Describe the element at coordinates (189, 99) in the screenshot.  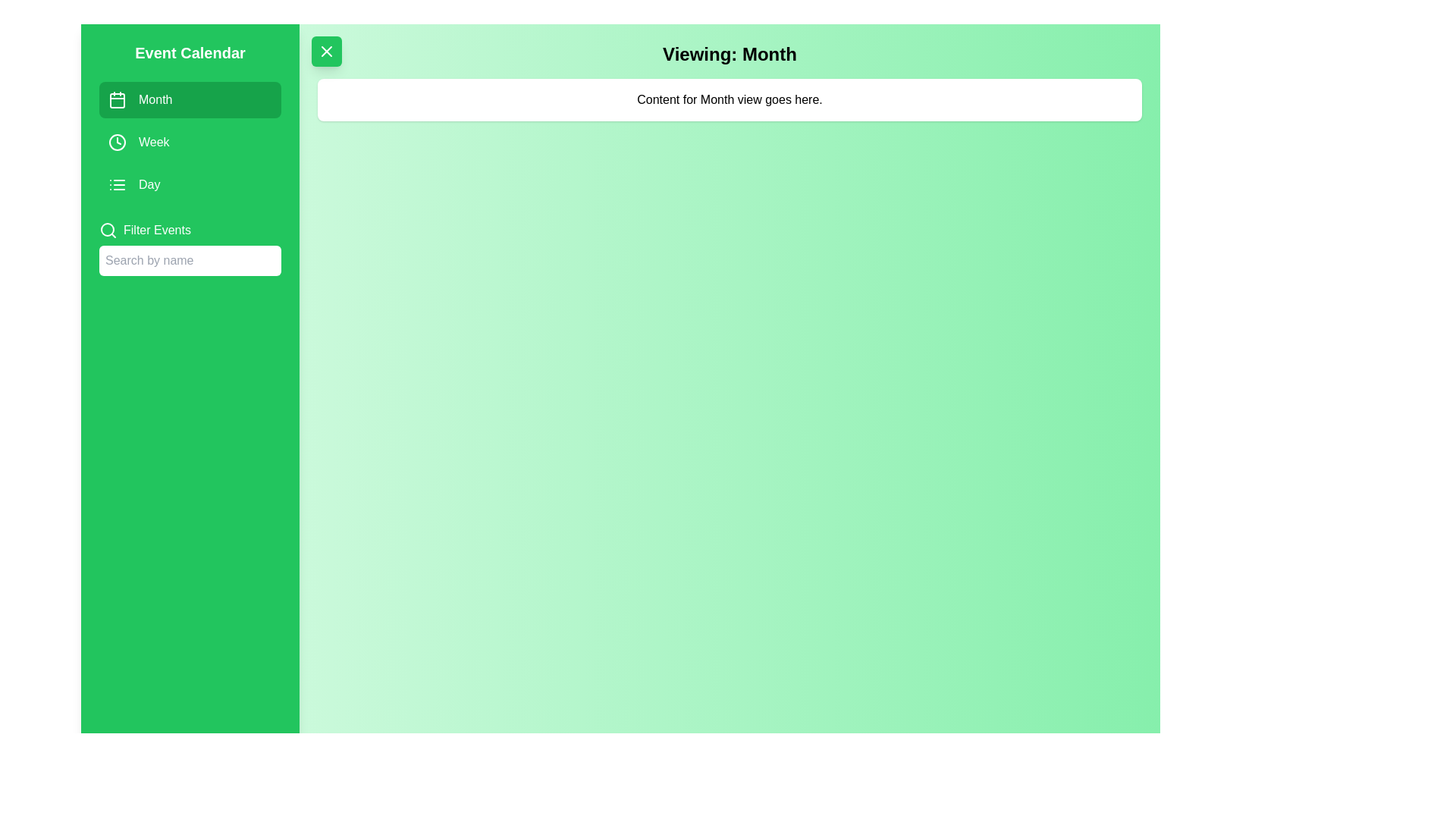
I see `the Month view in the calendar` at that location.